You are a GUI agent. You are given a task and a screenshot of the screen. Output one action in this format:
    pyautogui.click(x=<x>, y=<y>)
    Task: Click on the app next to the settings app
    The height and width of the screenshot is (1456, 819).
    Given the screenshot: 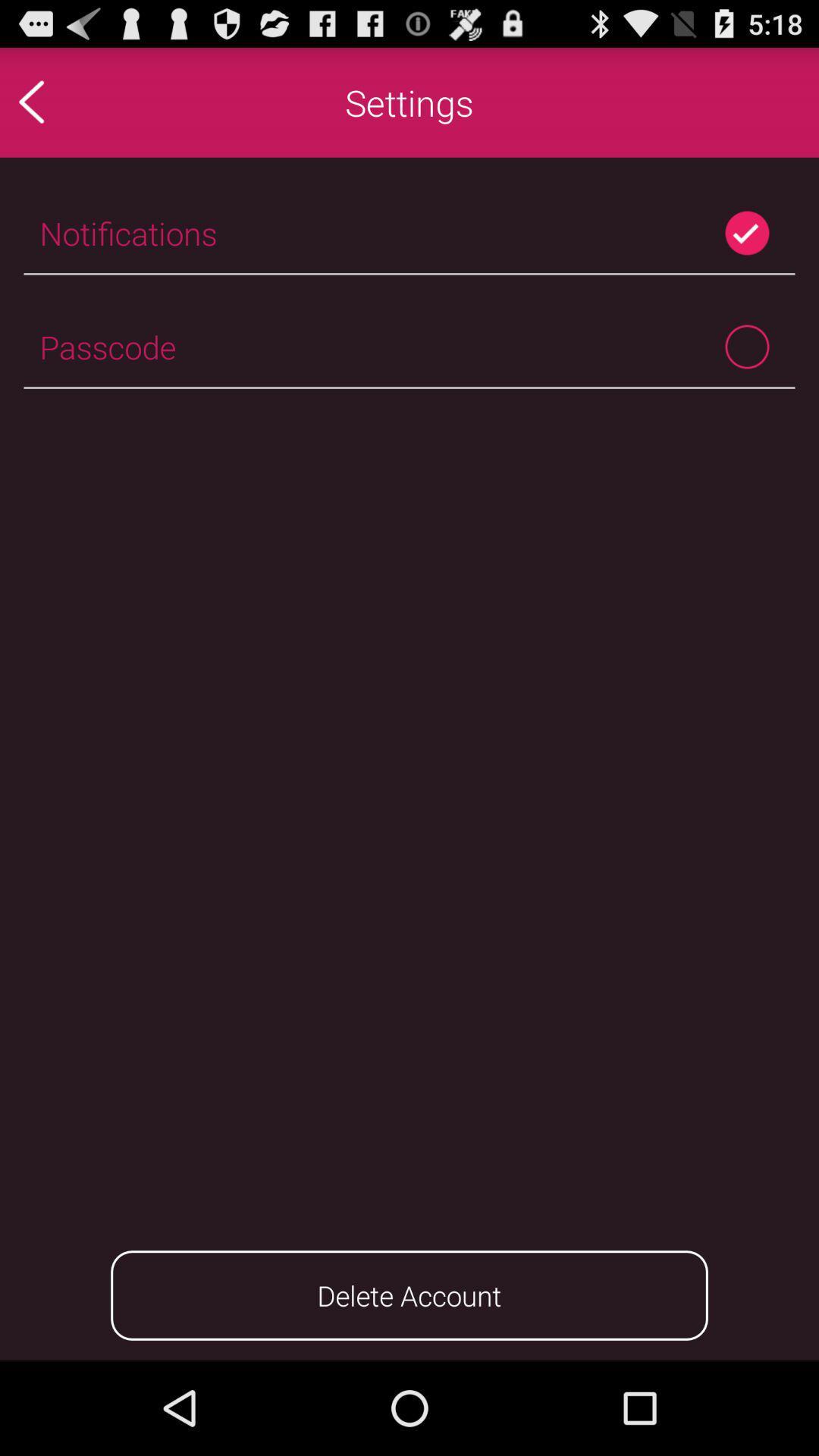 What is the action you would take?
    pyautogui.click(x=63, y=101)
    